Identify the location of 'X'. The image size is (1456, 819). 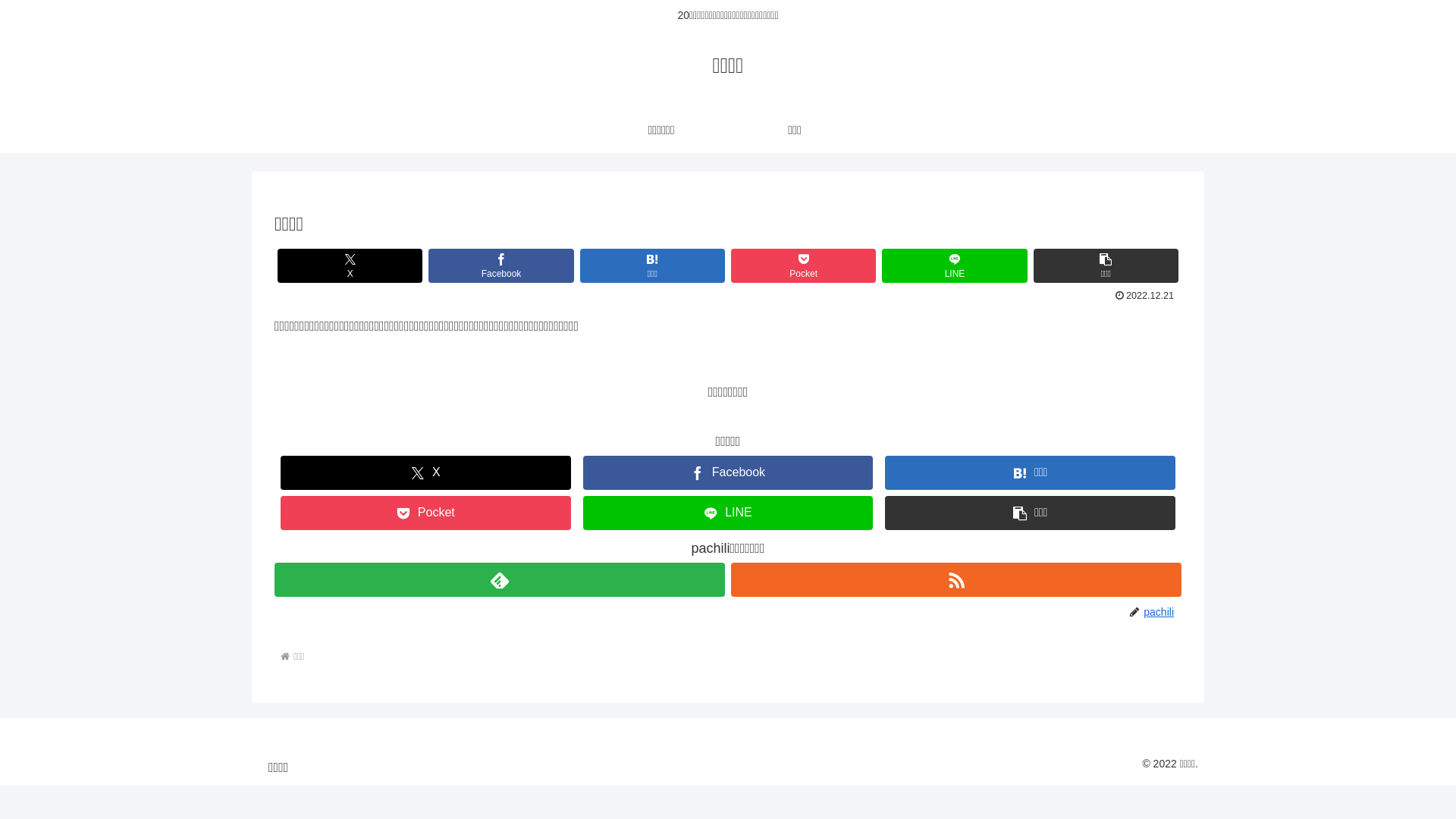
(349, 265).